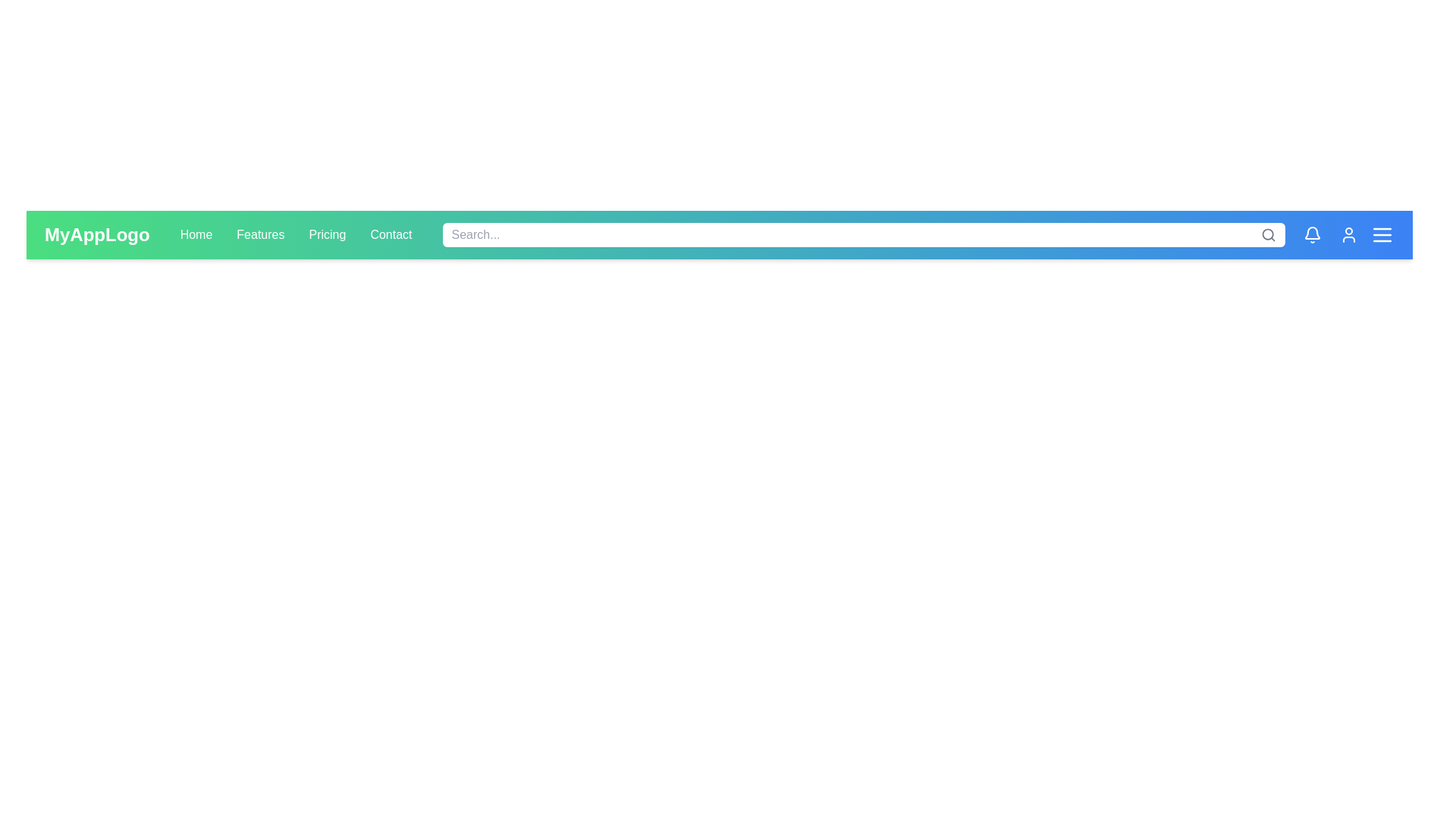 The image size is (1456, 819). What do you see at coordinates (1268, 234) in the screenshot?
I see `the circular part of the magnifying glass icon located in the blue navbar to focus on the associated search bar` at bounding box center [1268, 234].